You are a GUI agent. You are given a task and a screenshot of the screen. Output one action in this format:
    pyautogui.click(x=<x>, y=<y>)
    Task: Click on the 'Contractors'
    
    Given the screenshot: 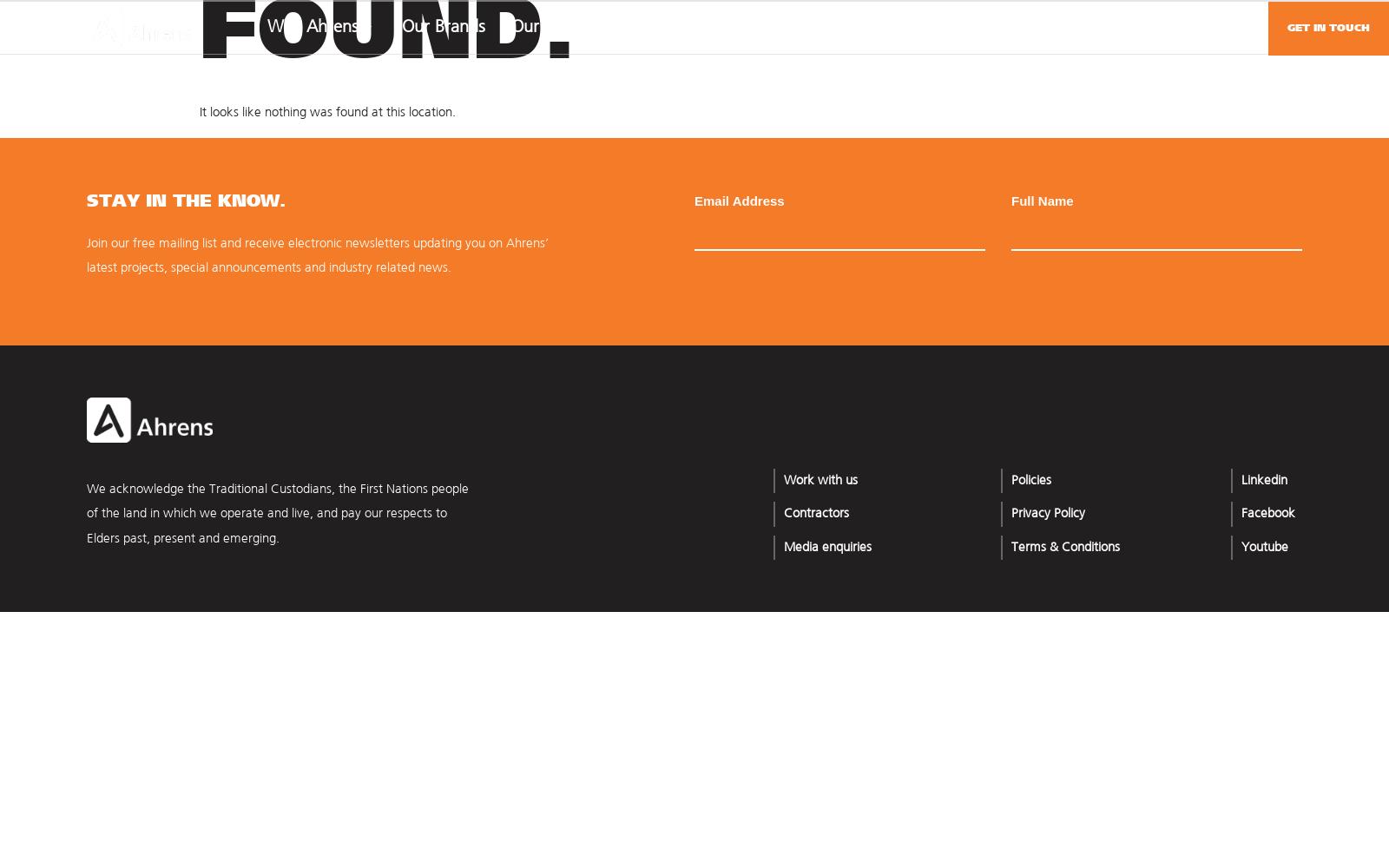 What is the action you would take?
    pyautogui.click(x=814, y=513)
    